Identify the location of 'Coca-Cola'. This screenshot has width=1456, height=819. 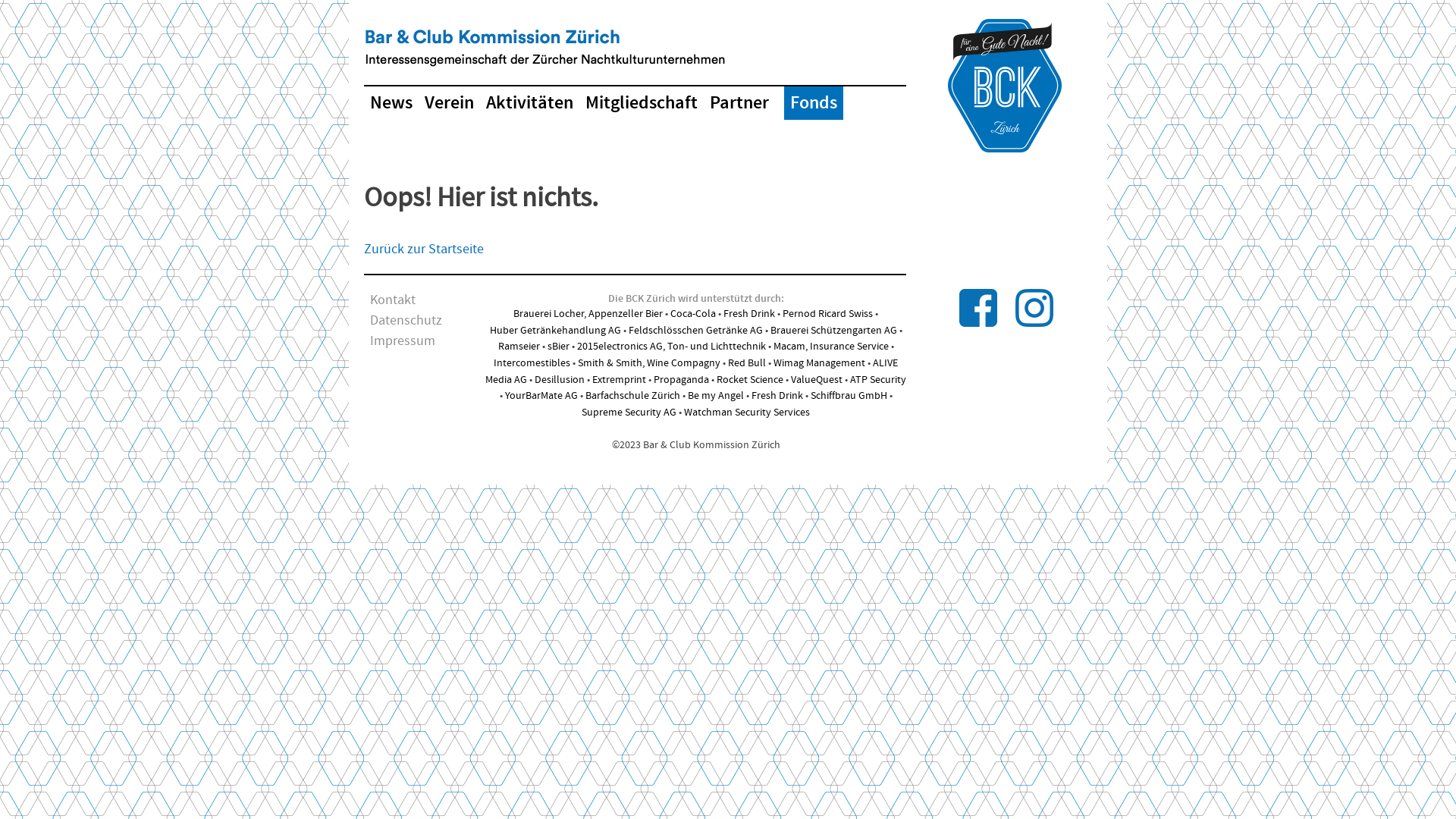
(692, 312).